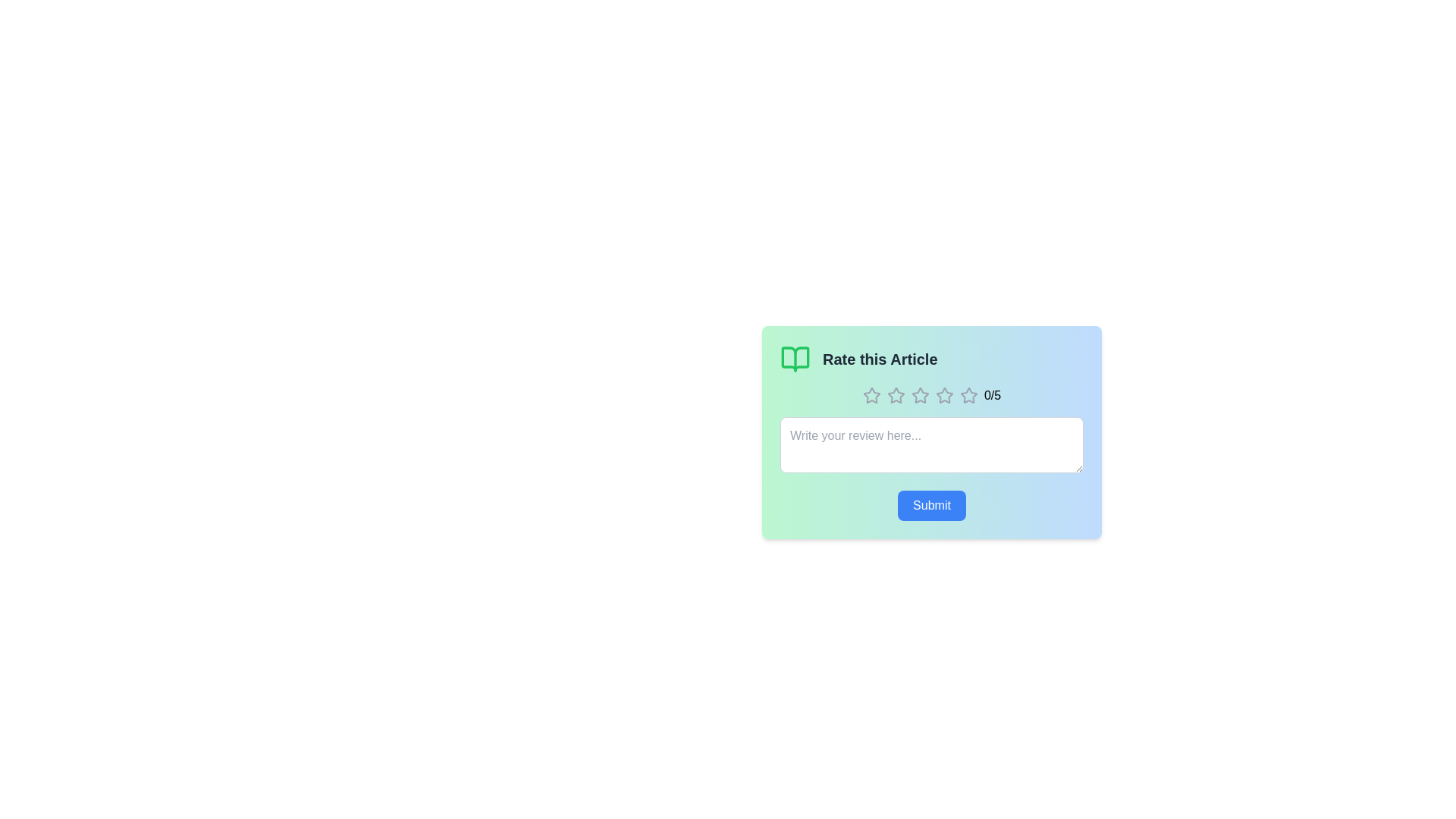 This screenshot has width=1456, height=819. I want to click on the review textbox and input the text 'This is a great article!', so click(930, 444).